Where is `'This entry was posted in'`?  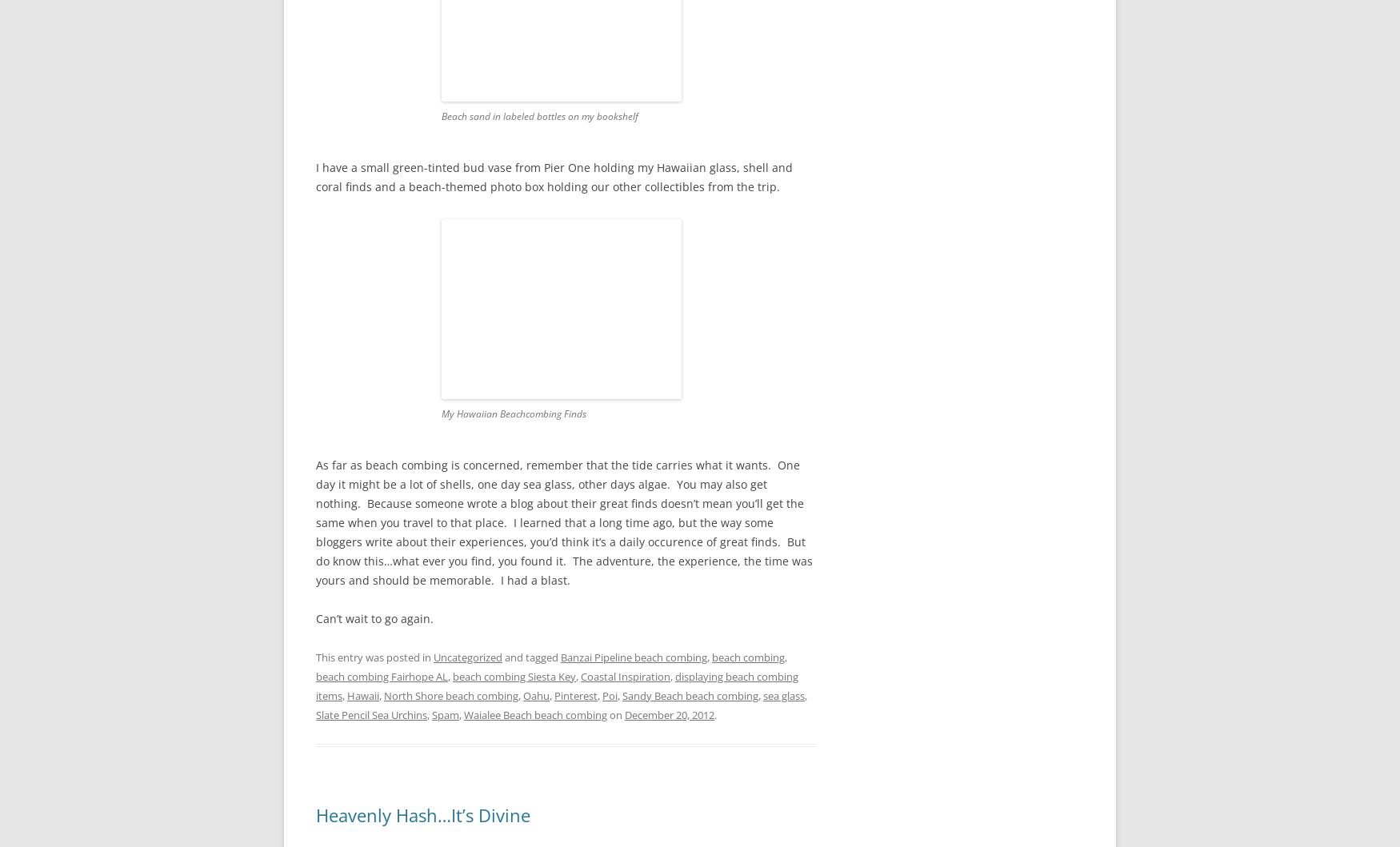
'This entry was posted in' is located at coordinates (374, 656).